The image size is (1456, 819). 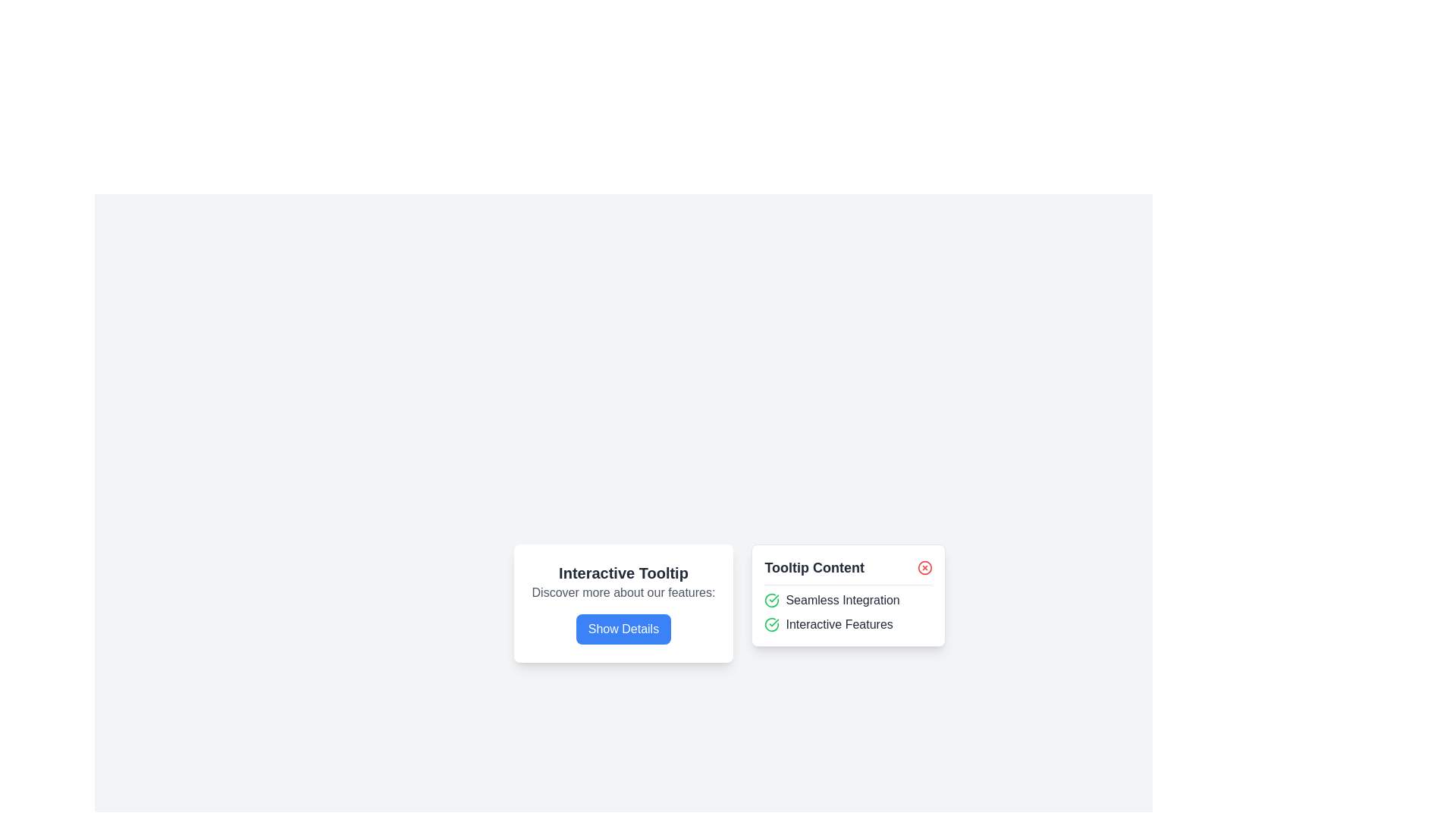 What do you see at coordinates (772, 599) in the screenshot?
I see `the confirmation icon that represents a successful state, positioned to the left of the 'Seamless Integration' text` at bounding box center [772, 599].